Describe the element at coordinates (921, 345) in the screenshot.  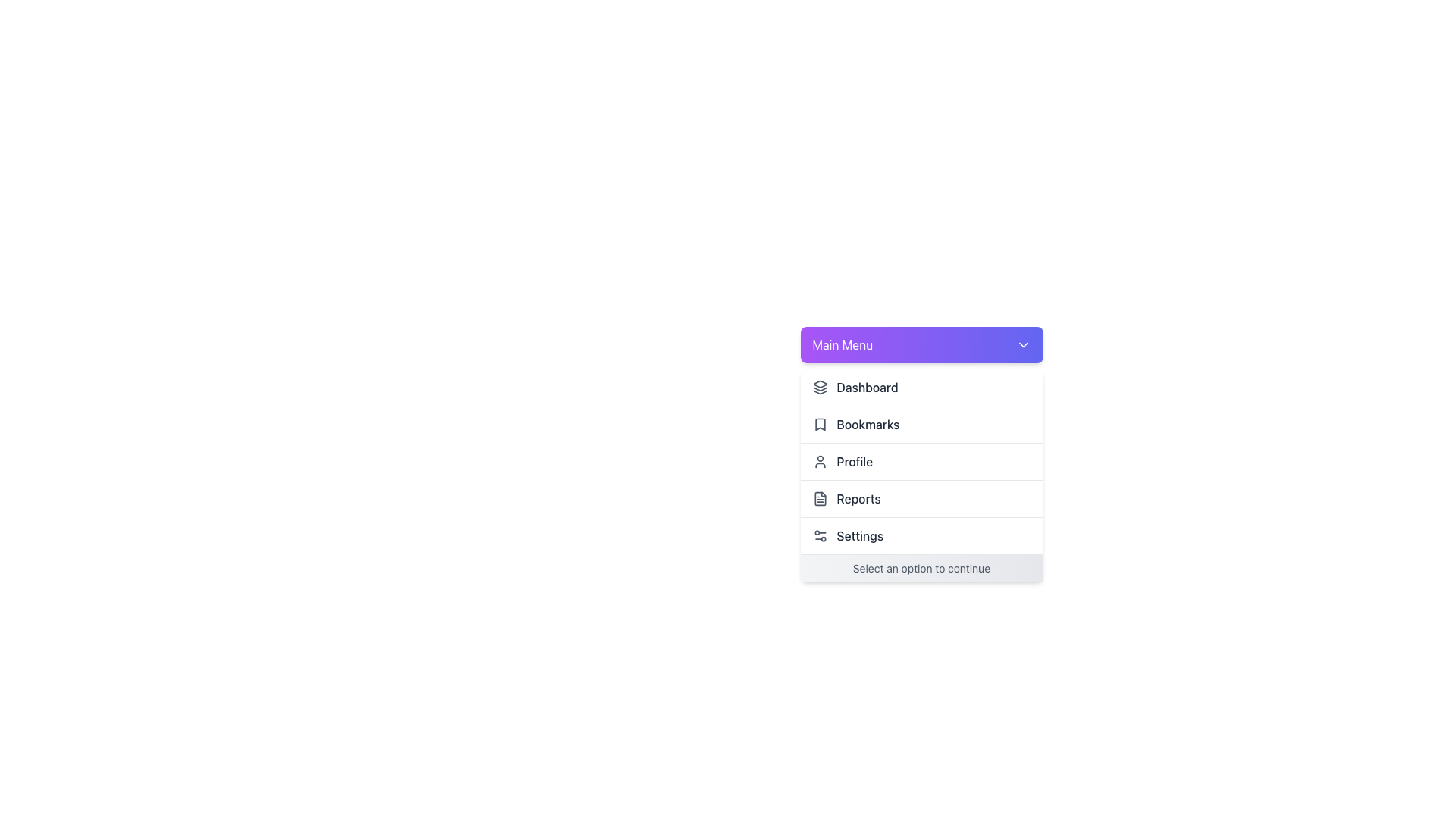
I see `the dropdown toggle button located at the top of the menu interface` at that location.